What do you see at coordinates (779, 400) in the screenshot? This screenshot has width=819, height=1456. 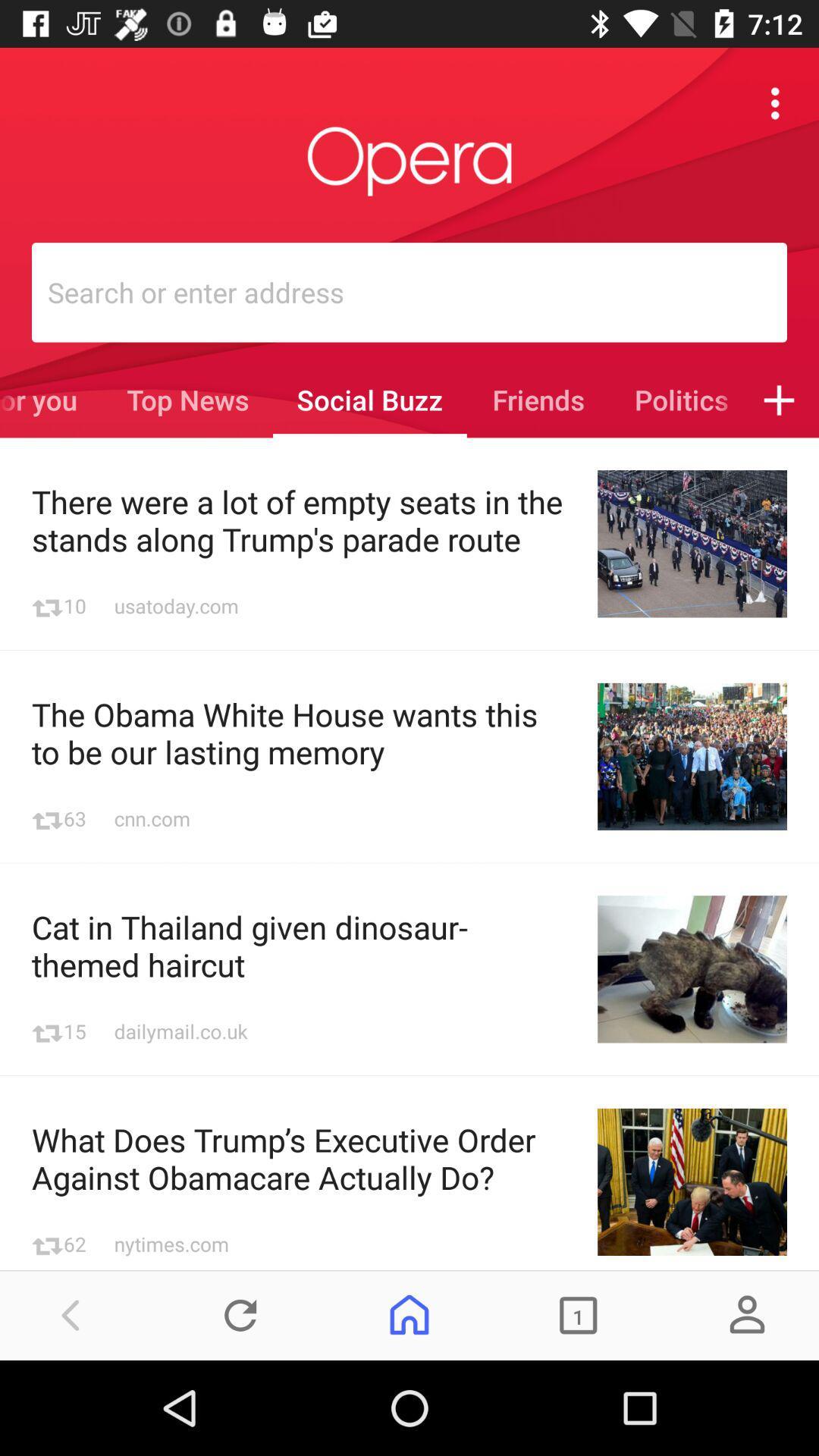 I see `icon next to politics icon` at bounding box center [779, 400].